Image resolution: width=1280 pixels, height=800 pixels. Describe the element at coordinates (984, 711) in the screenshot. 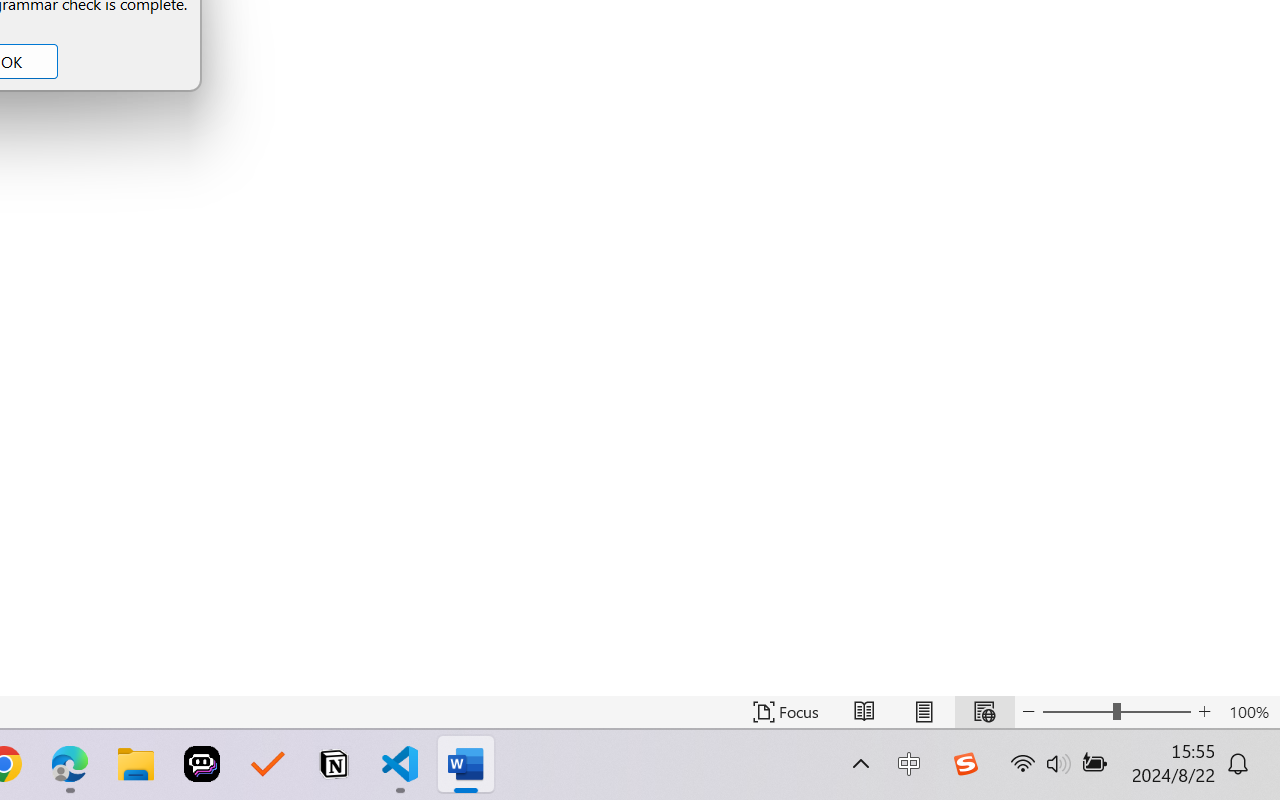

I see `'Web Layout'` at that location.